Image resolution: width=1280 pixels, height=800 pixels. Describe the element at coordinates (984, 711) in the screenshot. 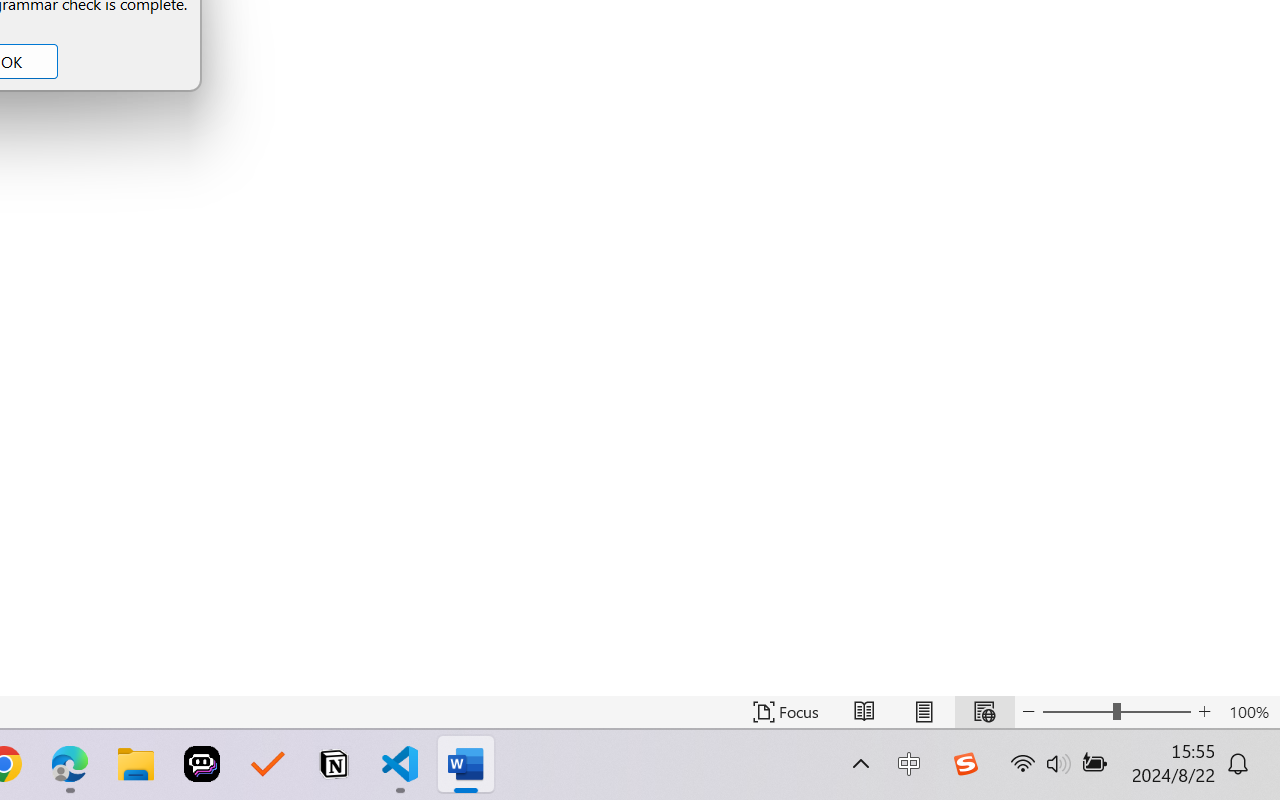

I see `'Web Layout'` at that location.